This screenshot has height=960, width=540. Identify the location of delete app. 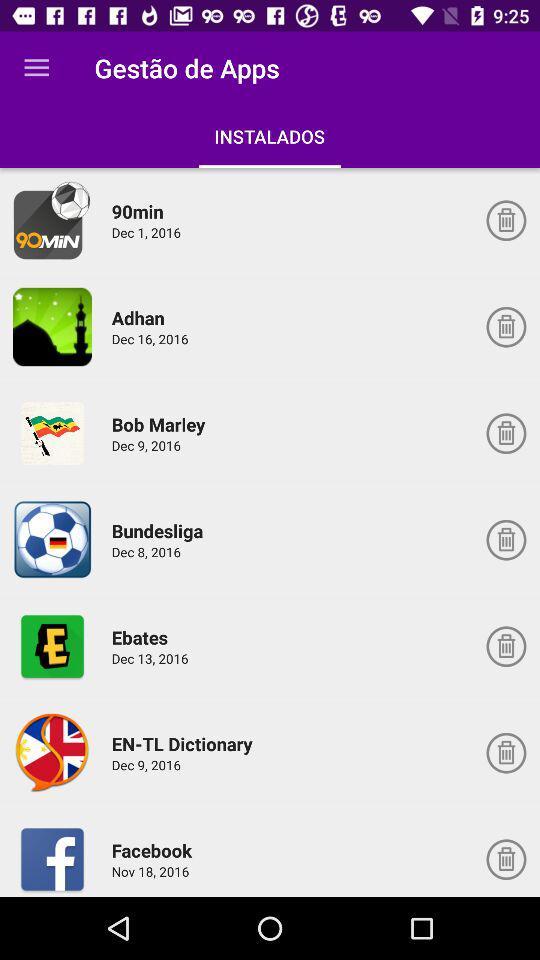
(505, 539).